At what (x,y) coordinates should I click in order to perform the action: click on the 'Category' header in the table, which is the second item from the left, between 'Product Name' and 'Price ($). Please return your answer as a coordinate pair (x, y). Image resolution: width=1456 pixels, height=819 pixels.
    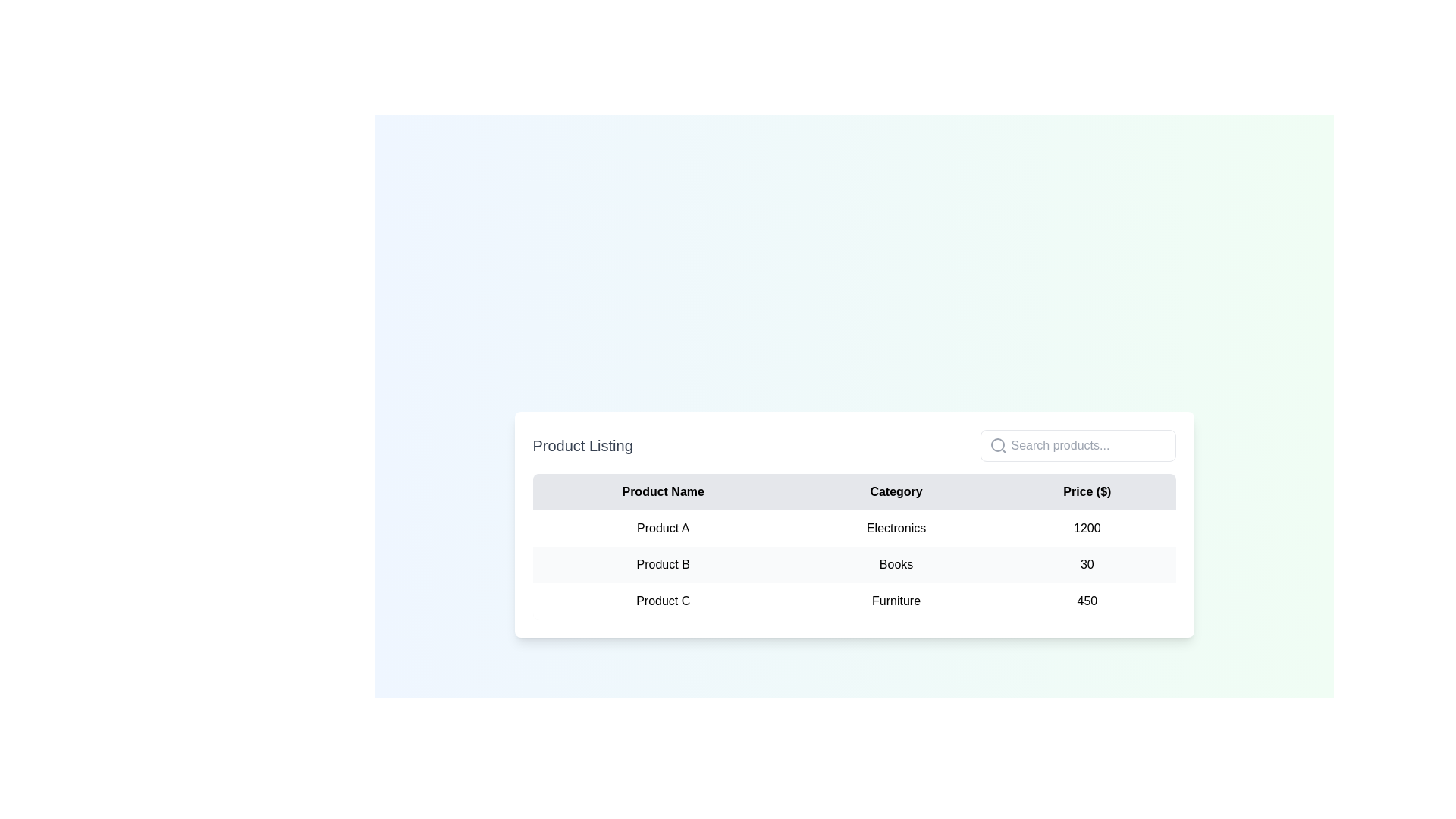
    Looking at the image, I should click on (896, 491).